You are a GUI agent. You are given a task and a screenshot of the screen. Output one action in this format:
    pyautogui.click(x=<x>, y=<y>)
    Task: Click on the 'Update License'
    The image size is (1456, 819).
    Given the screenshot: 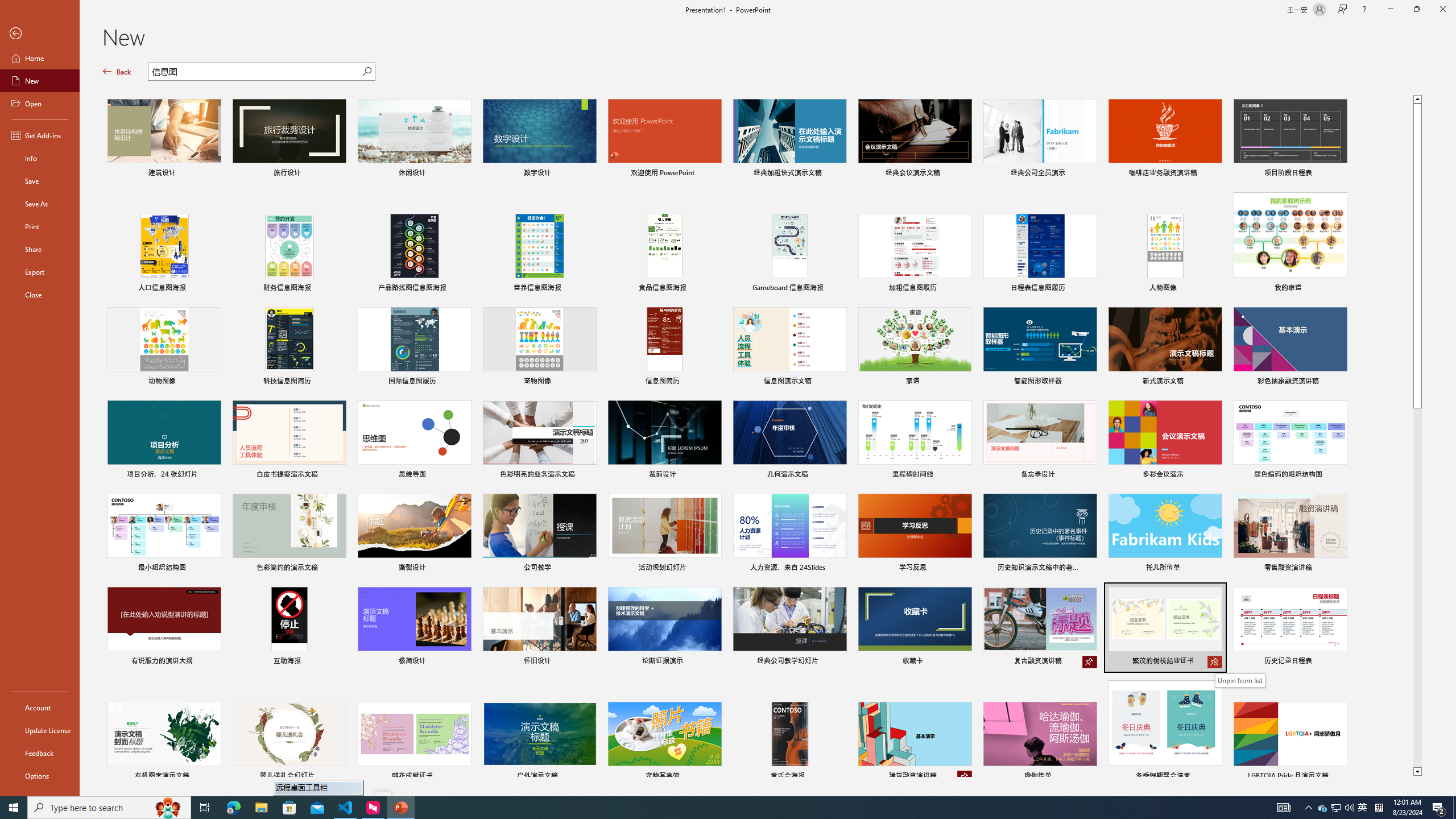 What is the action you would take?
    pyautogui.click(x=39, y=730)
    